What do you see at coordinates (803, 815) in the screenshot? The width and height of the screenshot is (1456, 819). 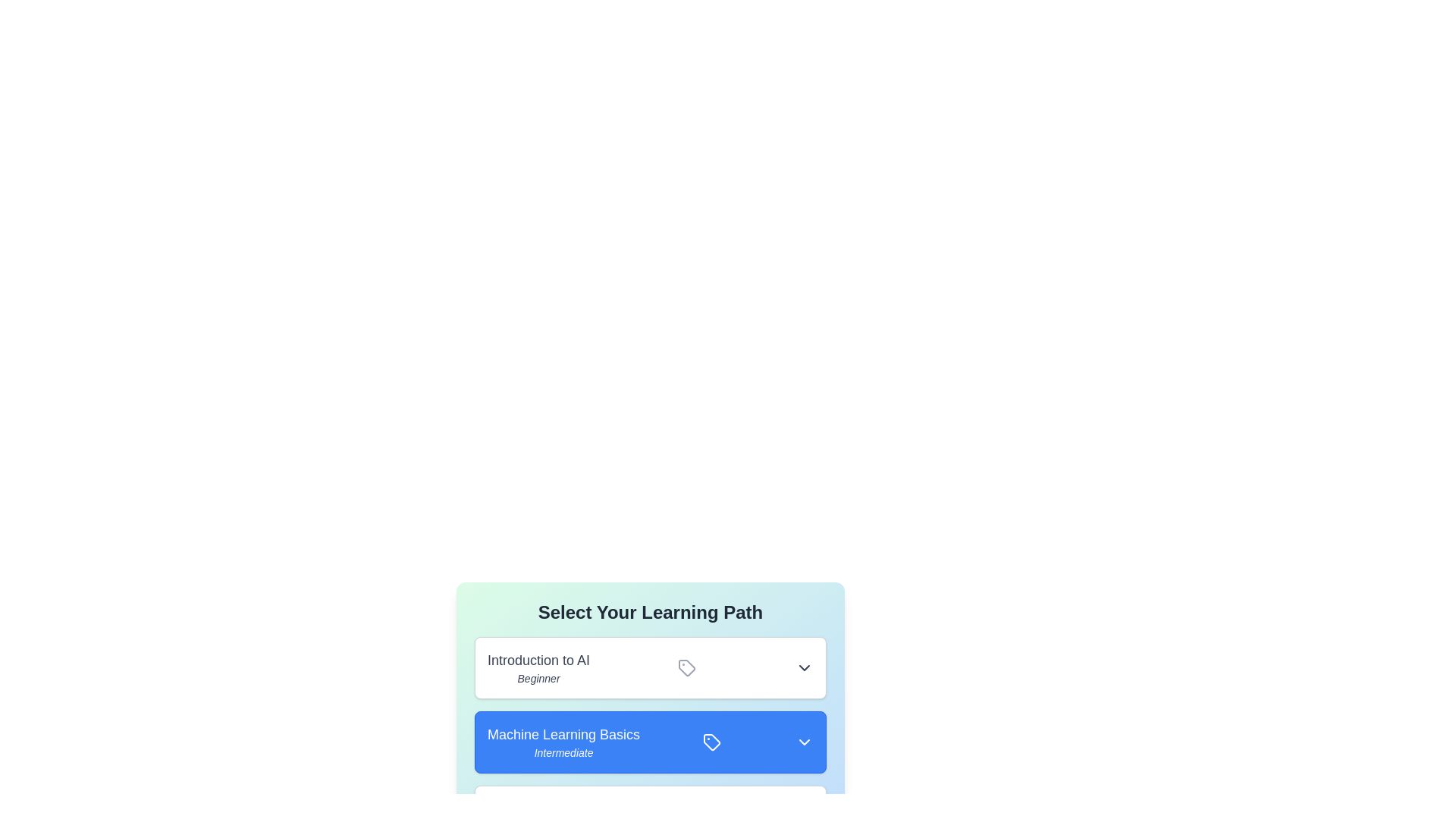 I see `the dropdown button of the learning path Advanced Deep Learning to expand or collapse its details` at bounding box center [803, 815].